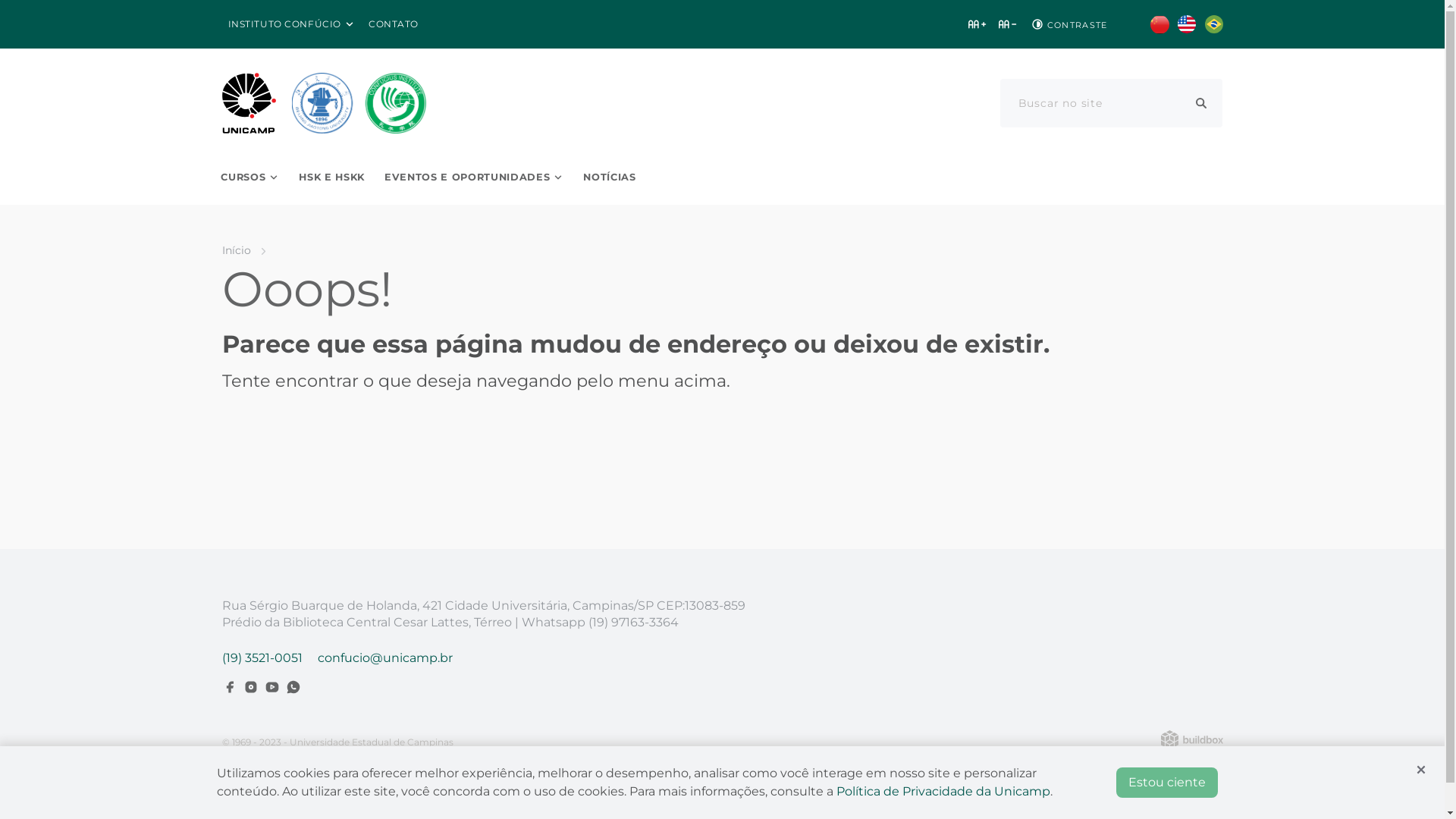 The image size is (1456, 819). I want to click on 'HSK E HSKK', so click(290, 177).